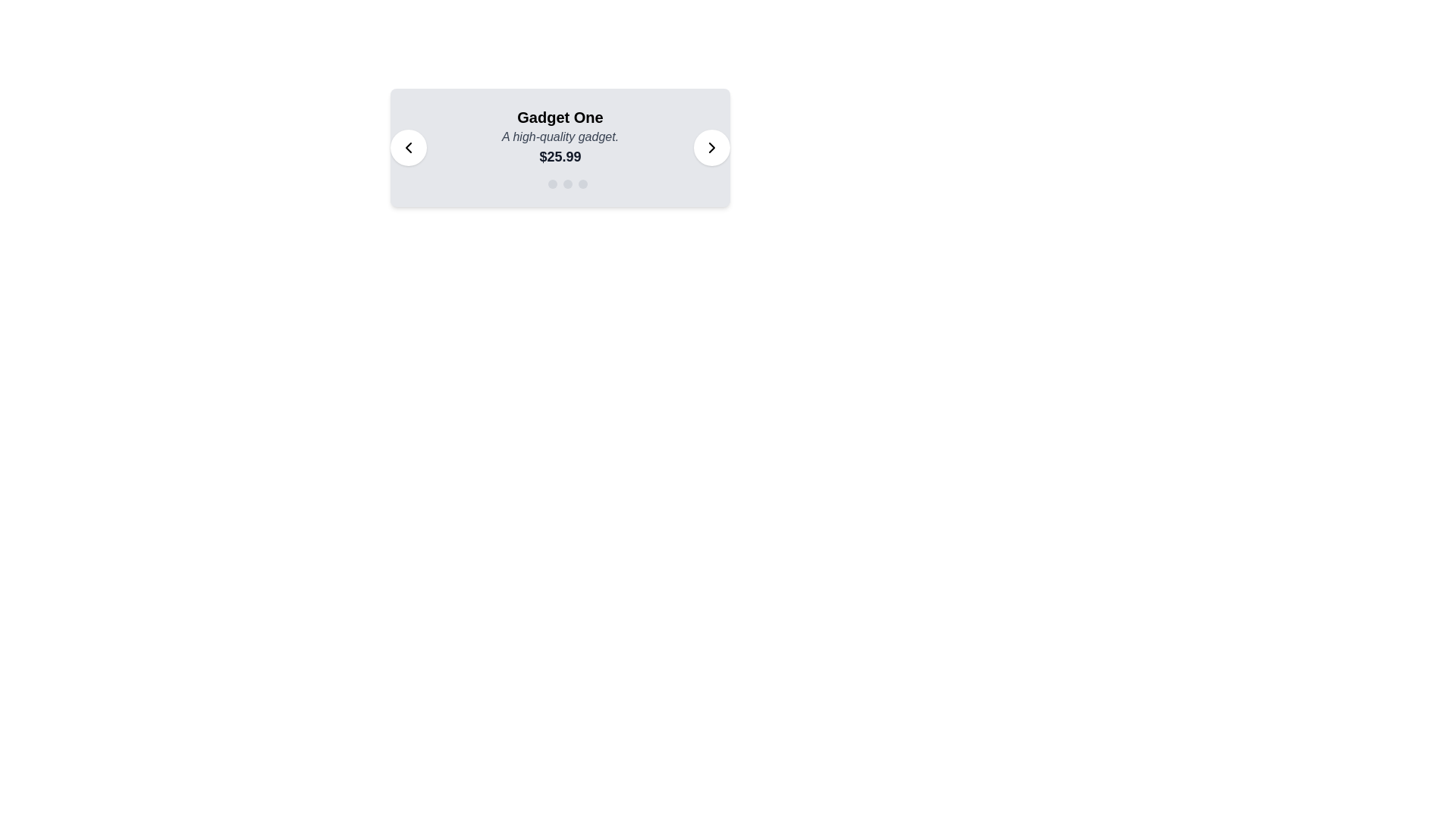 This screenshot has width=1456, height=819. What do you see at coordinates (560, 137) in the screenshot?
I see `information displayed in the text block that shows the product name 'Gadget One', description 'A high-quality gadget.', and price '$25.99'` at bounding box center [560, 137].